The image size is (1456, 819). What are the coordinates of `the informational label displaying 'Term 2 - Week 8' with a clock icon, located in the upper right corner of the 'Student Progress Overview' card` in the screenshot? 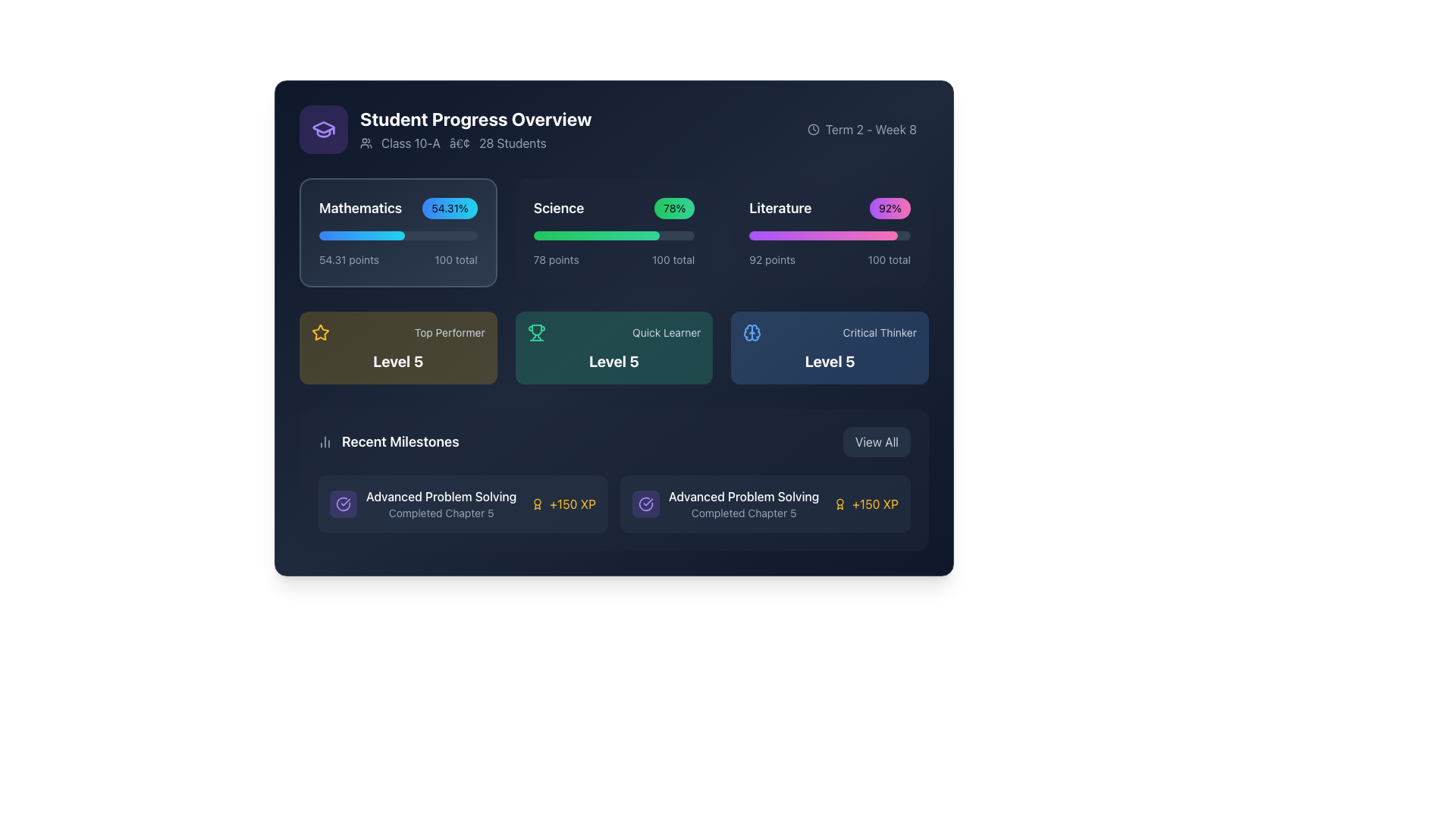 It's located at (861, 128).